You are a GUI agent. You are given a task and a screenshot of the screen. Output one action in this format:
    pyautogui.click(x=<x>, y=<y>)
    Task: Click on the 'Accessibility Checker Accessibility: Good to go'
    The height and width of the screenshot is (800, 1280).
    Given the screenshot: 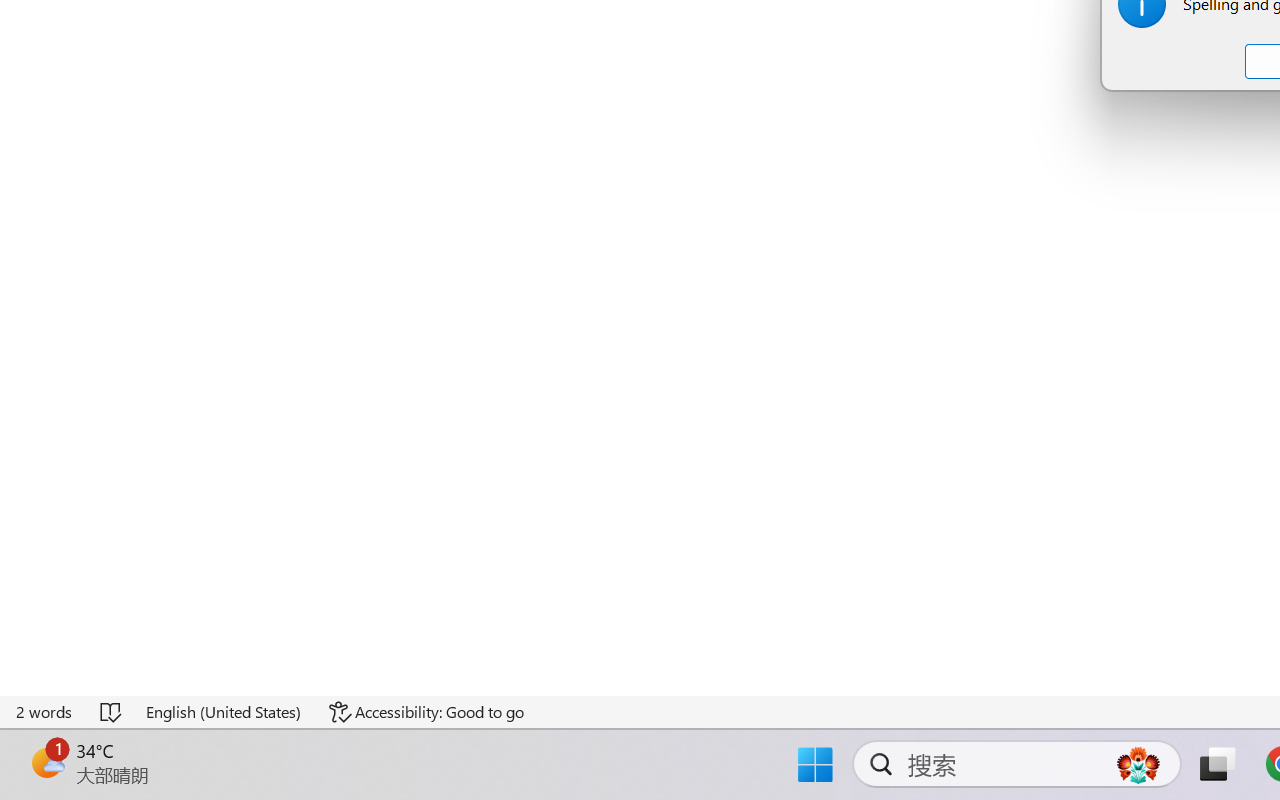 What is the action you would take?
    pyautogui.click(x=425, y=711)
    